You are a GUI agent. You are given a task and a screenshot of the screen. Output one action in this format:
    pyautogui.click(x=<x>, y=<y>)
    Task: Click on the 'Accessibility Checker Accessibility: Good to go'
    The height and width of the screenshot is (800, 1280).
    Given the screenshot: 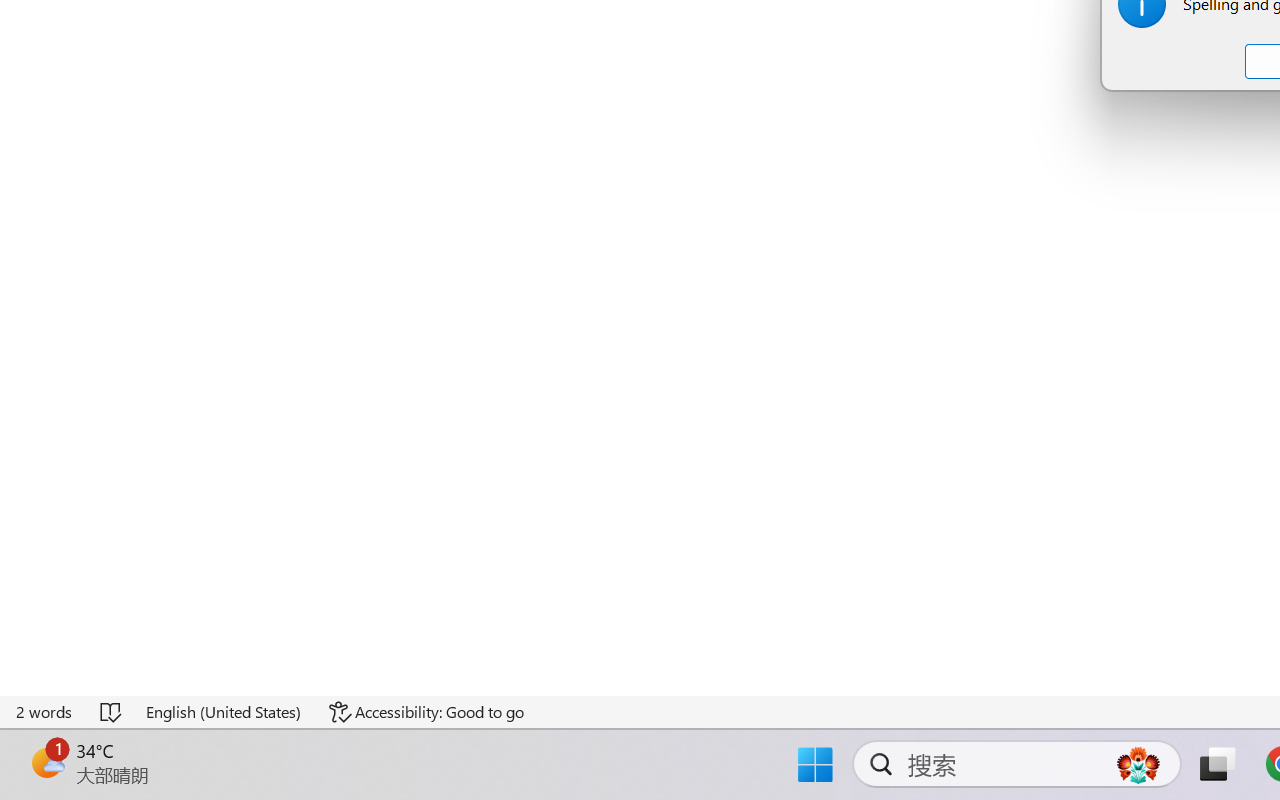 What is the action you would take?
    pyautogui.click(x=425, y=711)
    